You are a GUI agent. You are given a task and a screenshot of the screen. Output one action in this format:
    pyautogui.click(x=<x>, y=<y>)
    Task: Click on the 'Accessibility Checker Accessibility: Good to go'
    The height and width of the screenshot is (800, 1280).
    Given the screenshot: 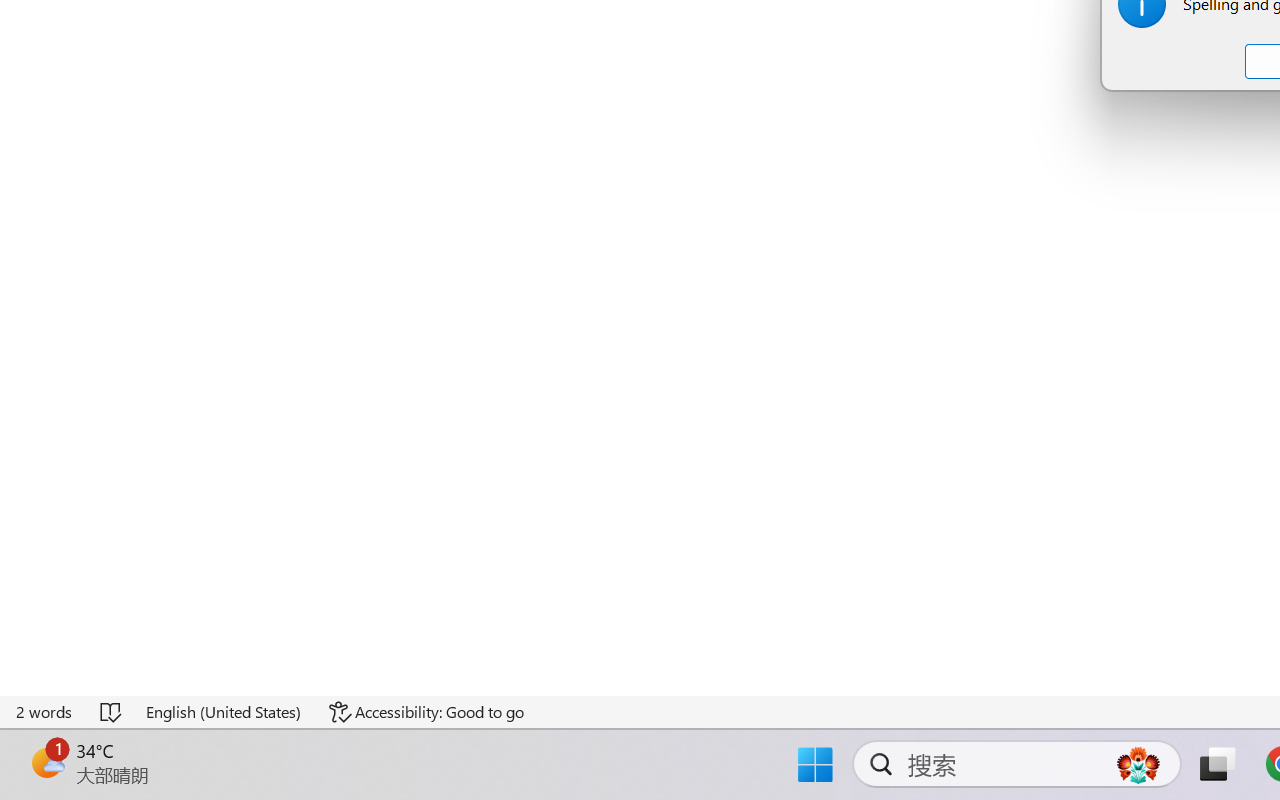 What is the action you would take?
    pyautogui.click(x=425, y=711)
    